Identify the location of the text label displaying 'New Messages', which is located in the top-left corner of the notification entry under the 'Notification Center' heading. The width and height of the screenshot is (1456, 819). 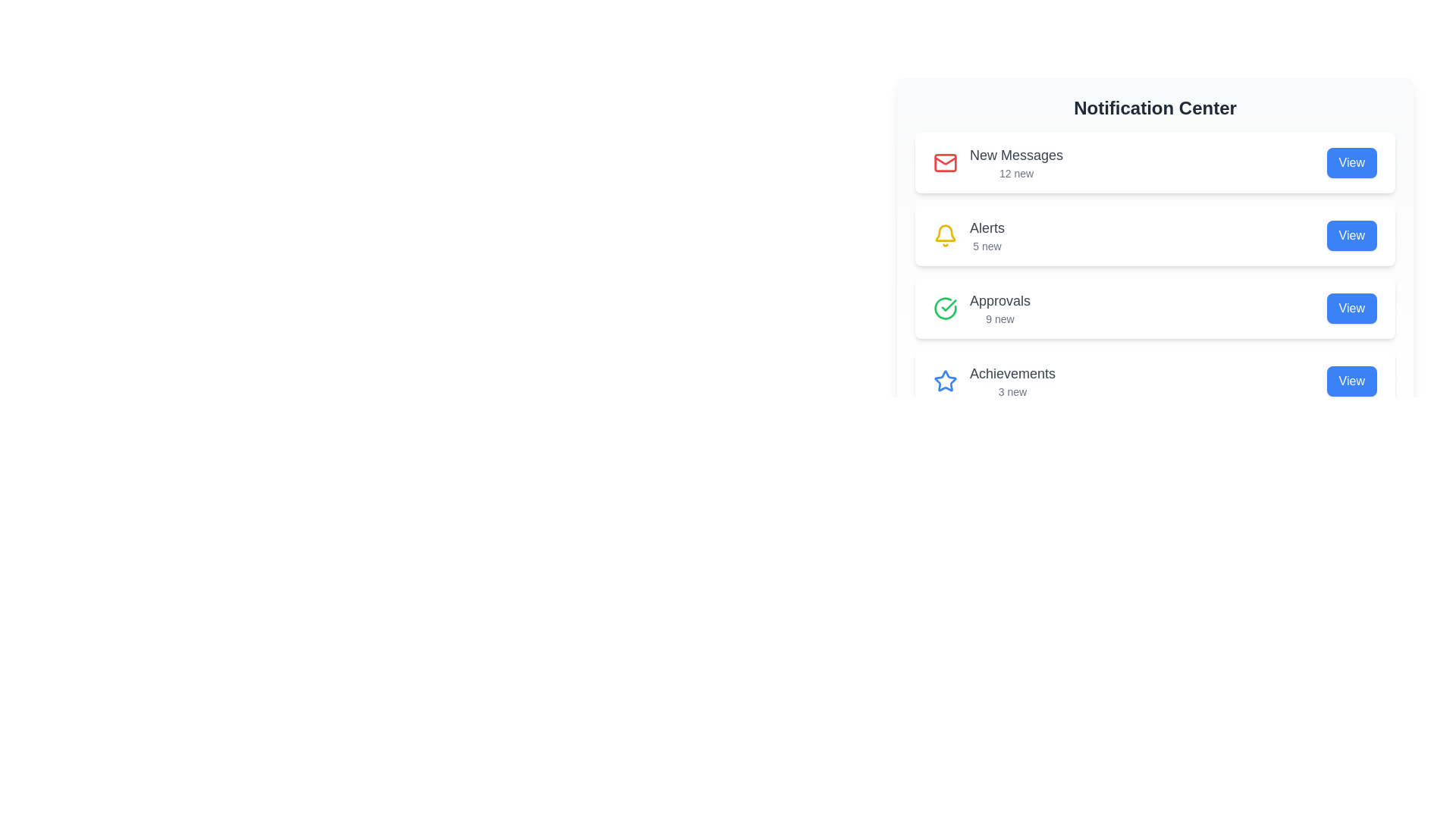
(1016, 155).